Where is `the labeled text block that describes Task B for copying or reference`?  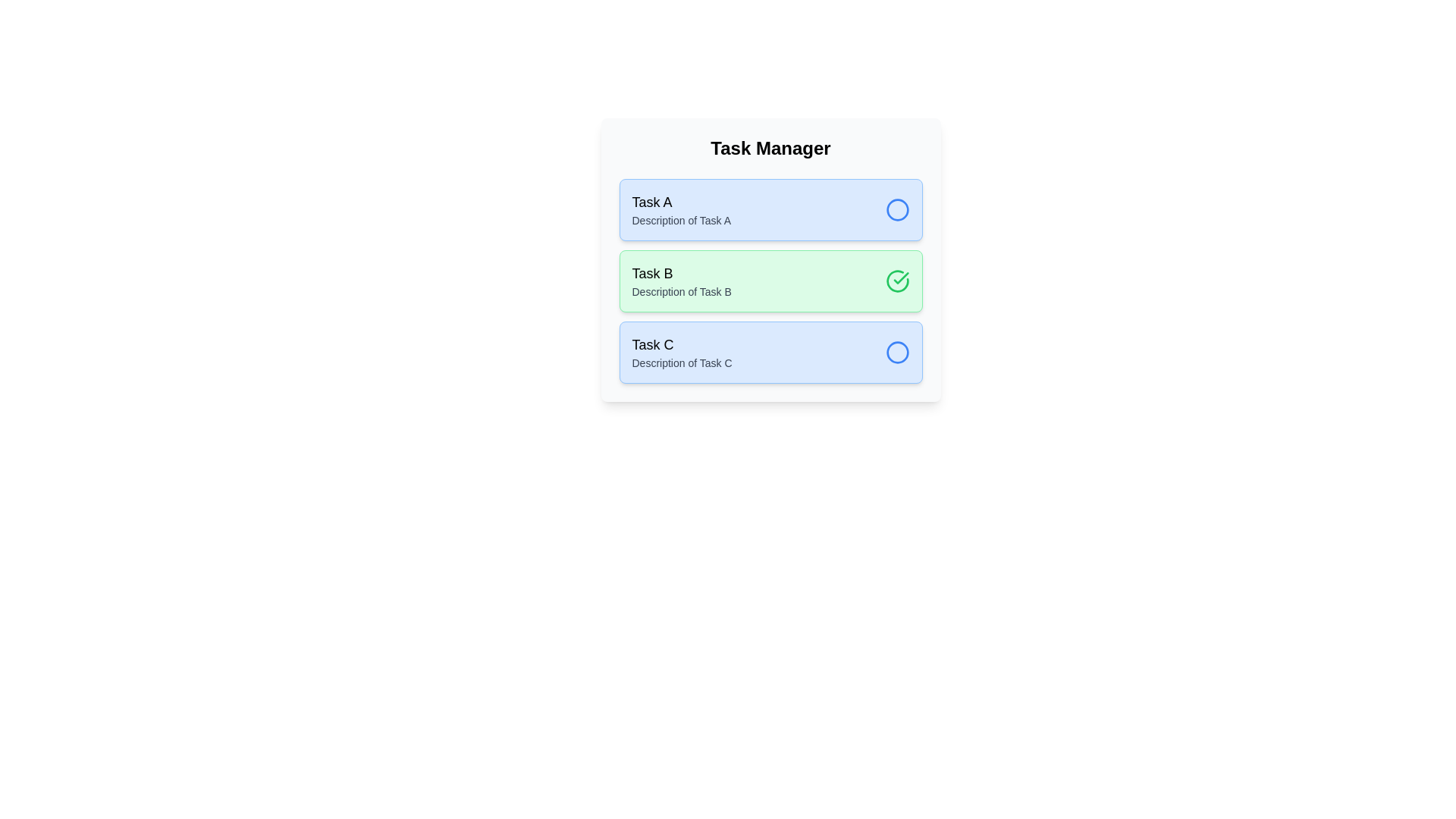
the labeled text block that describes Task B for copying or reference is located at coordinates (681, 281).